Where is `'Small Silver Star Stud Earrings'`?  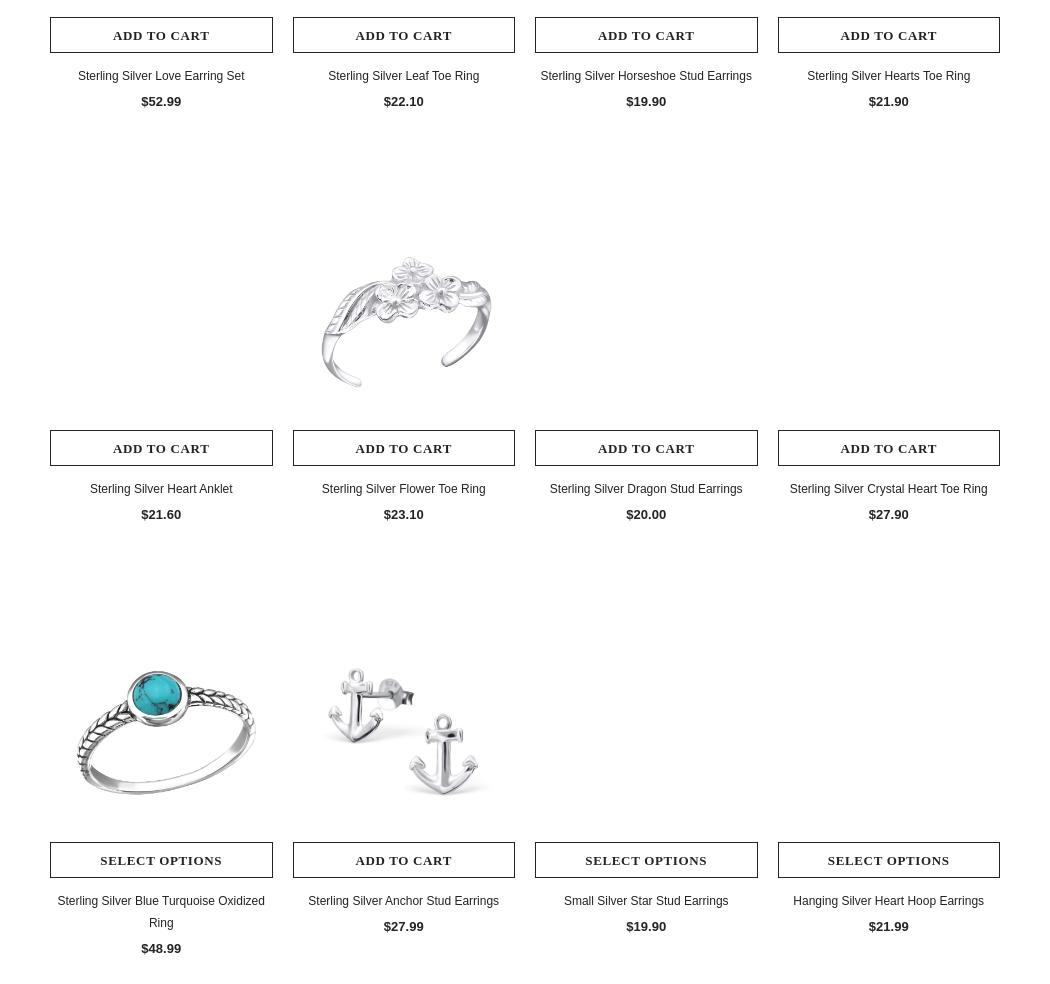 'Small Silver Star Stud Earrings' is located at coordinates (644, 899).